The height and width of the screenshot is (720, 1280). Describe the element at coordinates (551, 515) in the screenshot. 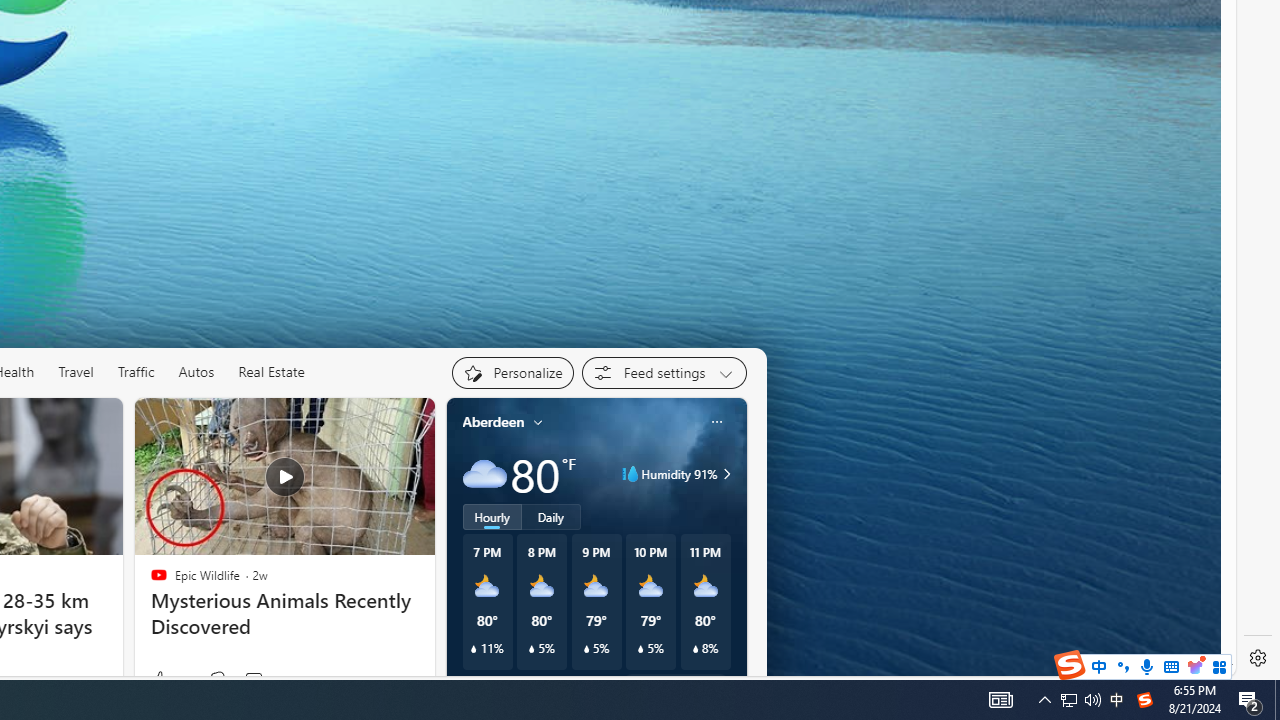

I see `'Daily'` at that location.